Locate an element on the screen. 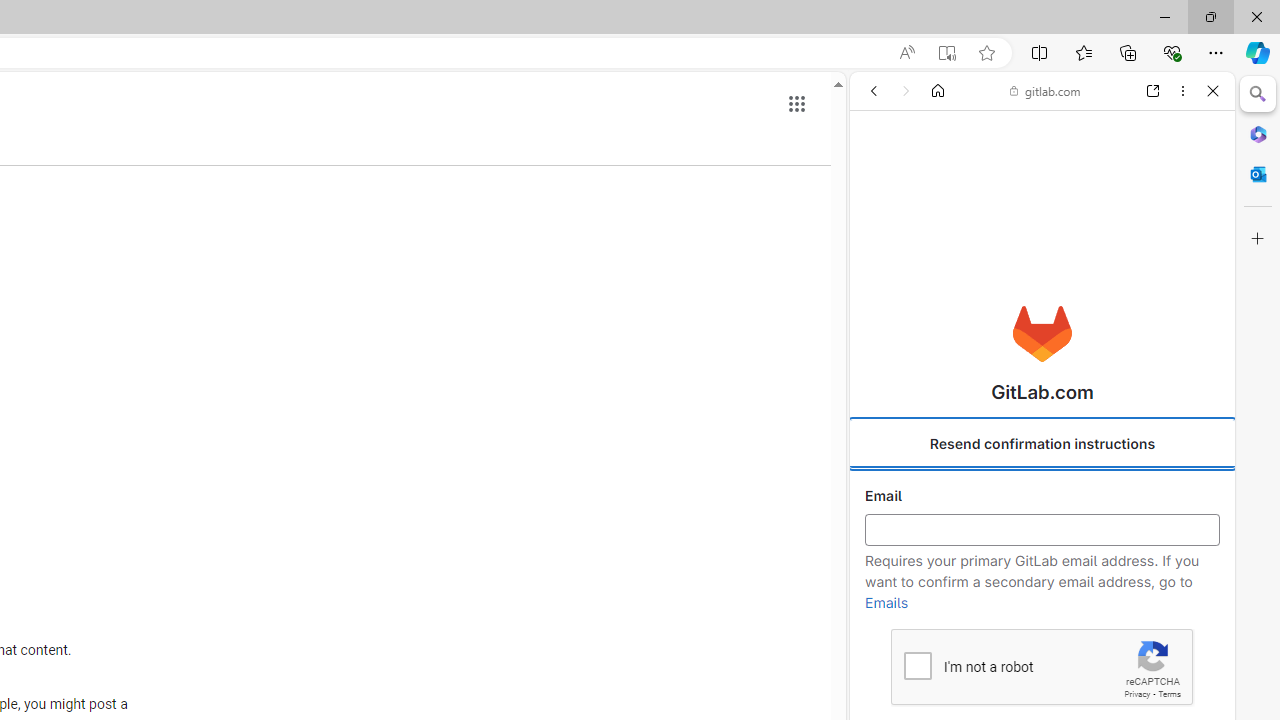  'Read aloud this page (Ctrl+Shift+U)' is located at coordinates (905, 52).